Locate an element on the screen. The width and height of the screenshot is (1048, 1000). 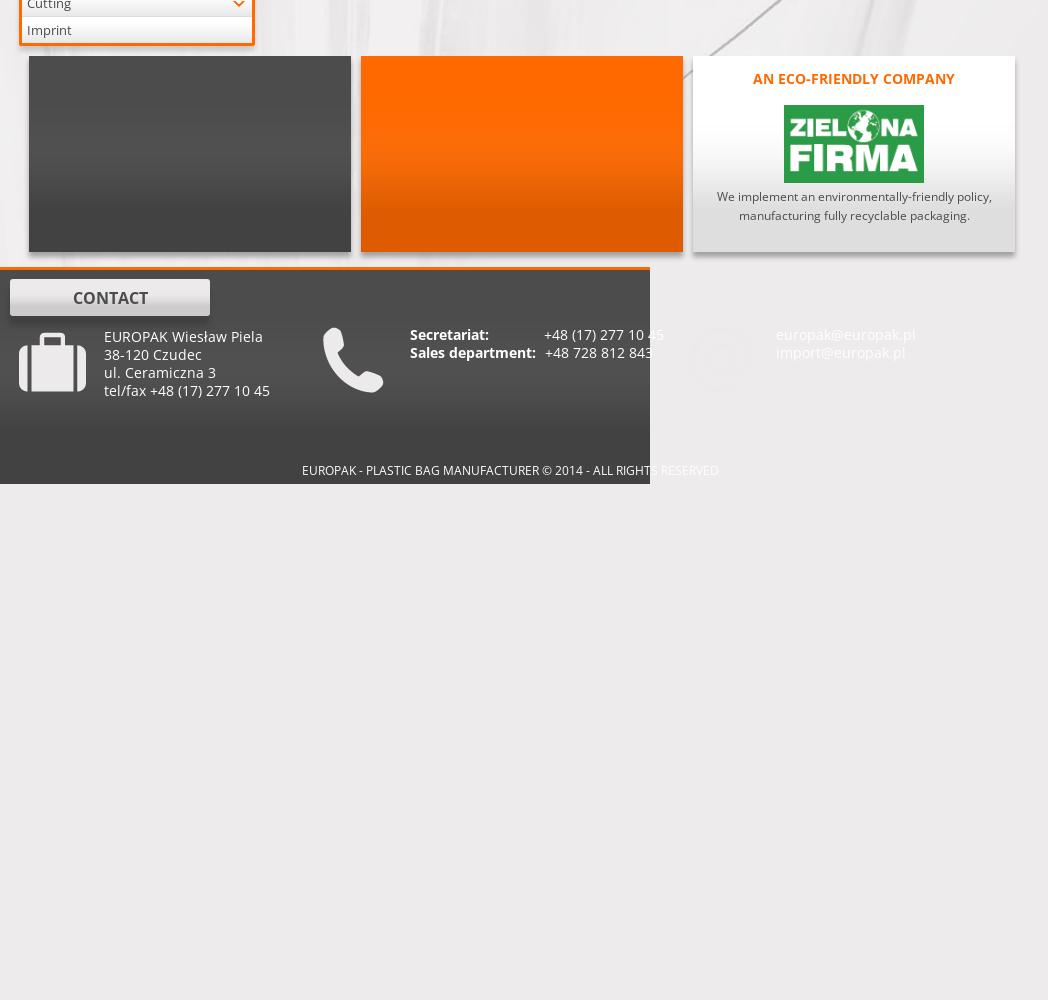
'+48 (17) 277 10 45' is located at coordinates (543, 333).